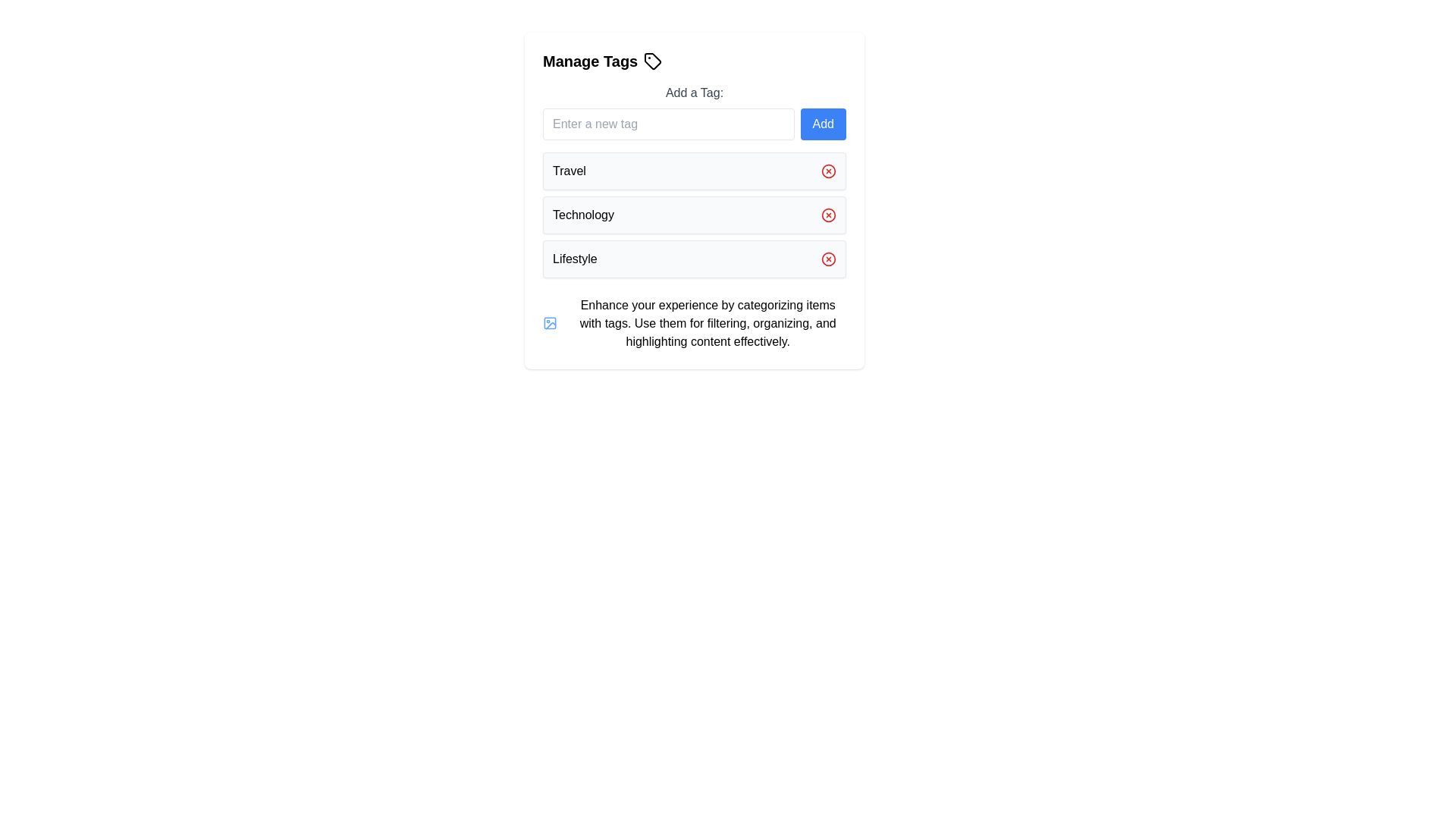  I want to click on the icon located immediately to the right of the 'Technology' tag, so click(828, 215).